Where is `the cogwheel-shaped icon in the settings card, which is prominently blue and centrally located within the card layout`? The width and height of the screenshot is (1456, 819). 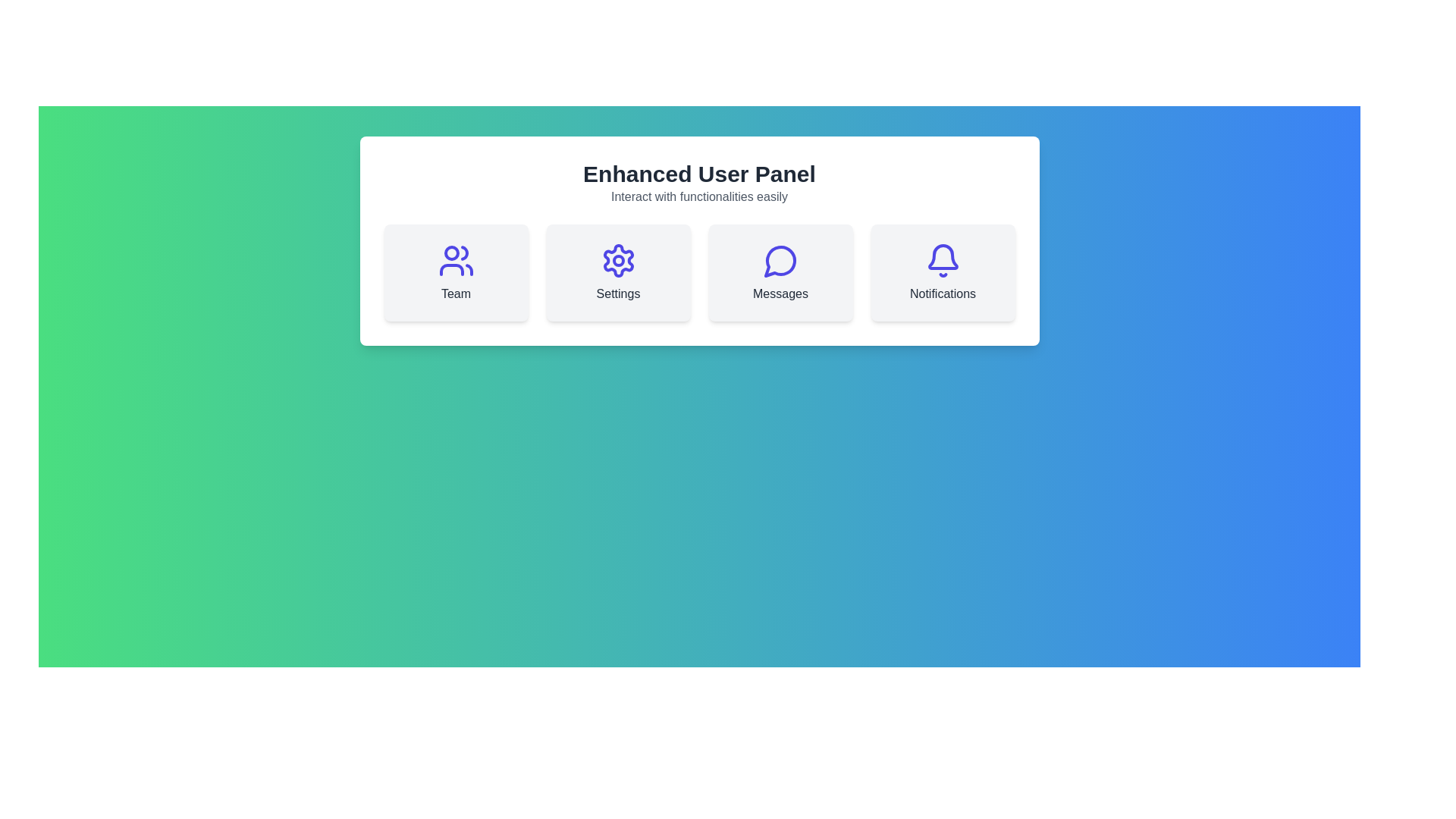 the cogwheel-shaped icon in the settings card, which is prominently blue and centrally located within the card layout is located at coordinates (618, 259).